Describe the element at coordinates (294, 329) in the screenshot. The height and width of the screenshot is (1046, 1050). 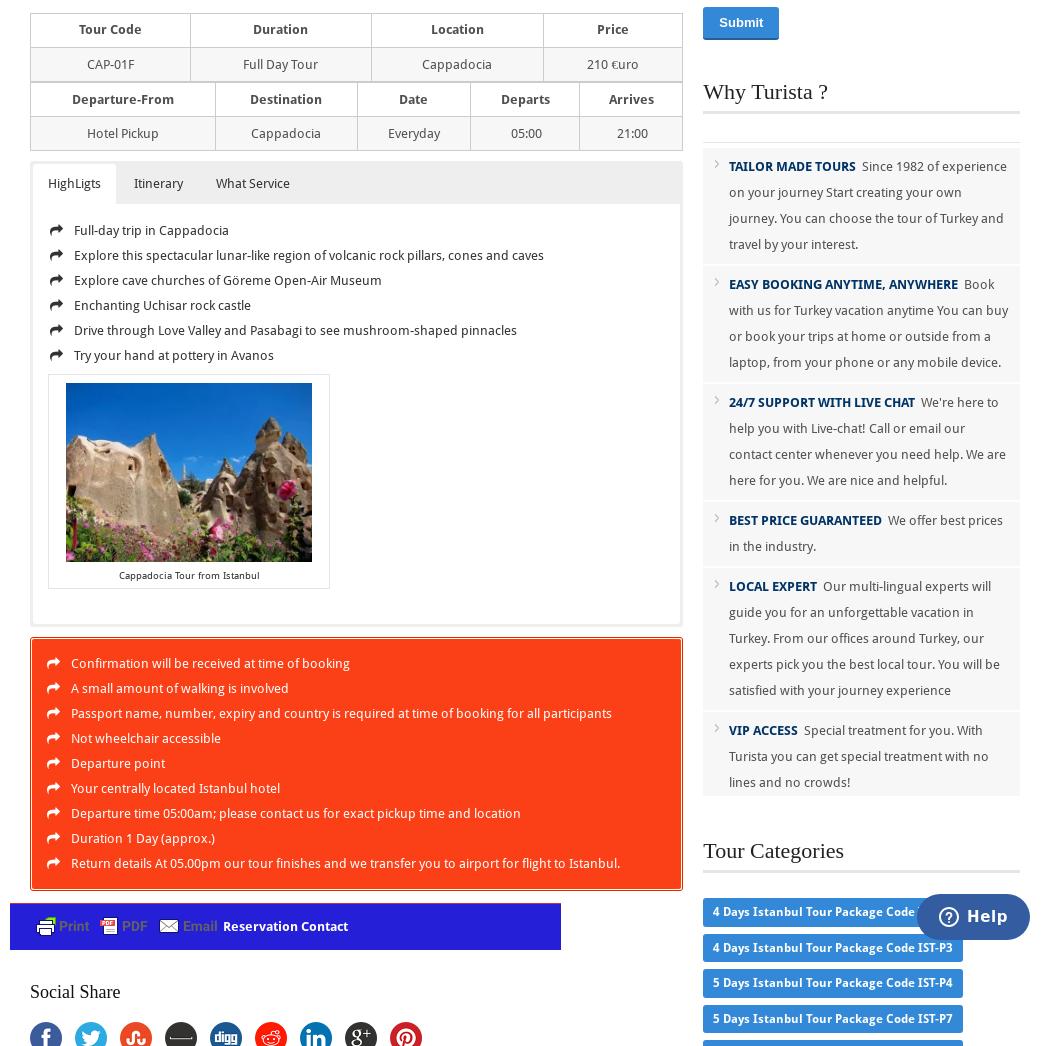
I see `'Drive through Love Valley and Pasabagi to see mushroom-shaped pinnacles'` at that location.